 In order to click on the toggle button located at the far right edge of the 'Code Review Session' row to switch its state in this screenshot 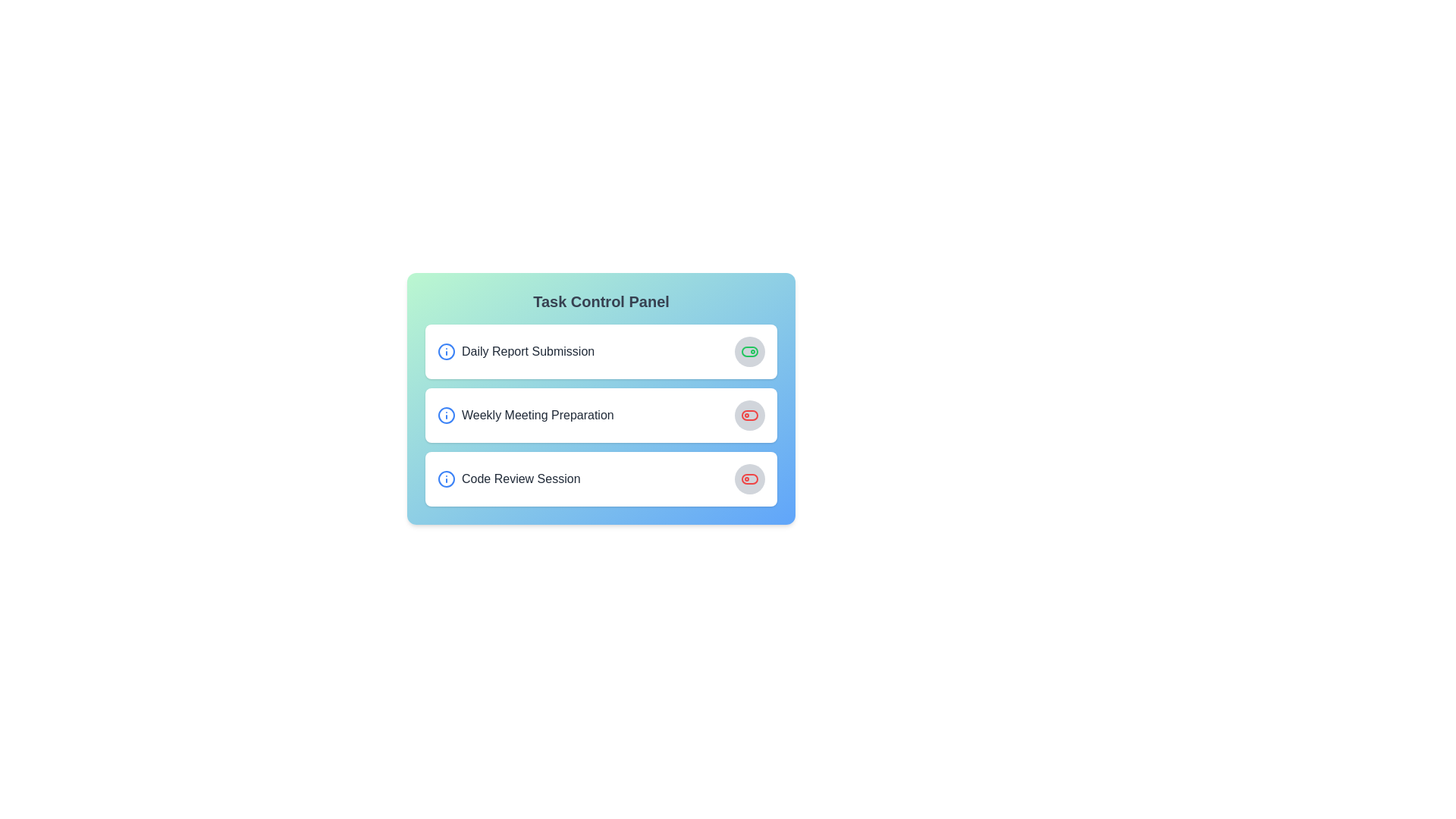, I will do `click(749, 479)`.